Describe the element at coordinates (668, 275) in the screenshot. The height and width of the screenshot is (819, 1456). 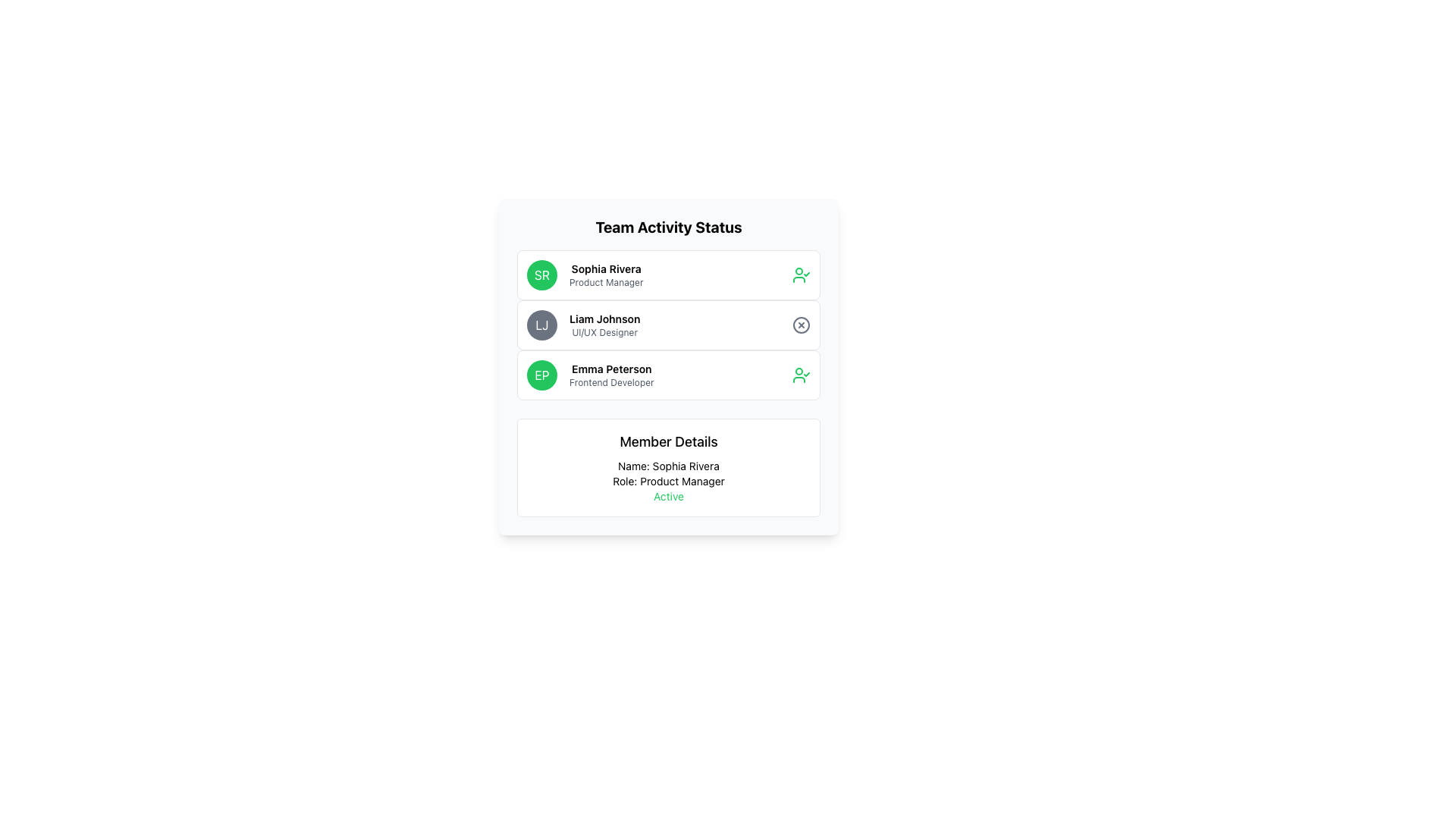
I see `the first card in the team activity dashboard that contains a team member's profile details` at that location.